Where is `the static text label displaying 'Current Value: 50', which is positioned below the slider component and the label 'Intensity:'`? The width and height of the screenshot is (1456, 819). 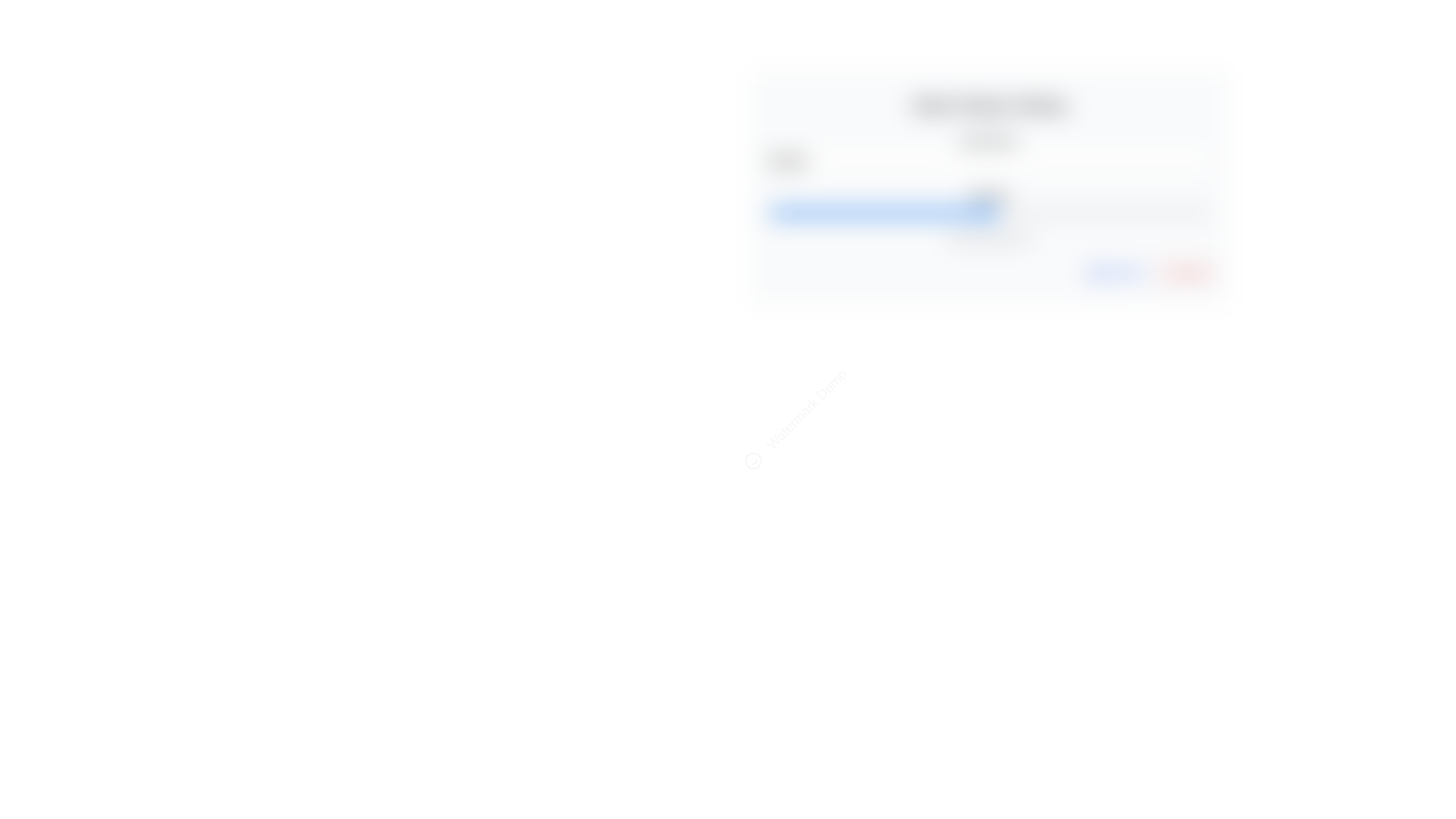 the static text label displaying 'Current Value: 50', which is positioned below the slider component and the label 'Intensity:' is located at coordinates (990, 237).